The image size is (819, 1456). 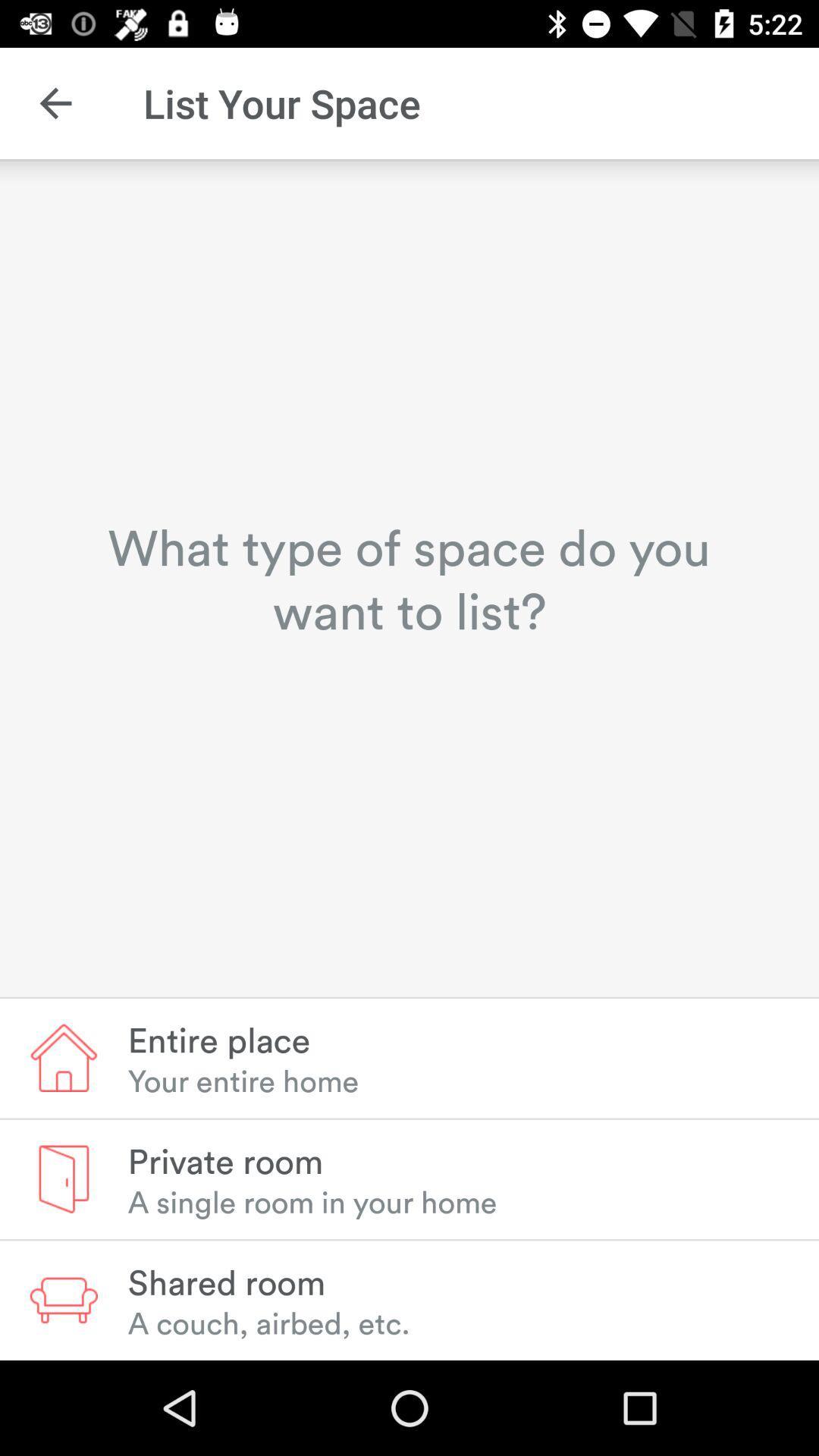 I want to click on the icon next to list your space icon, so click(x=55, y=102).